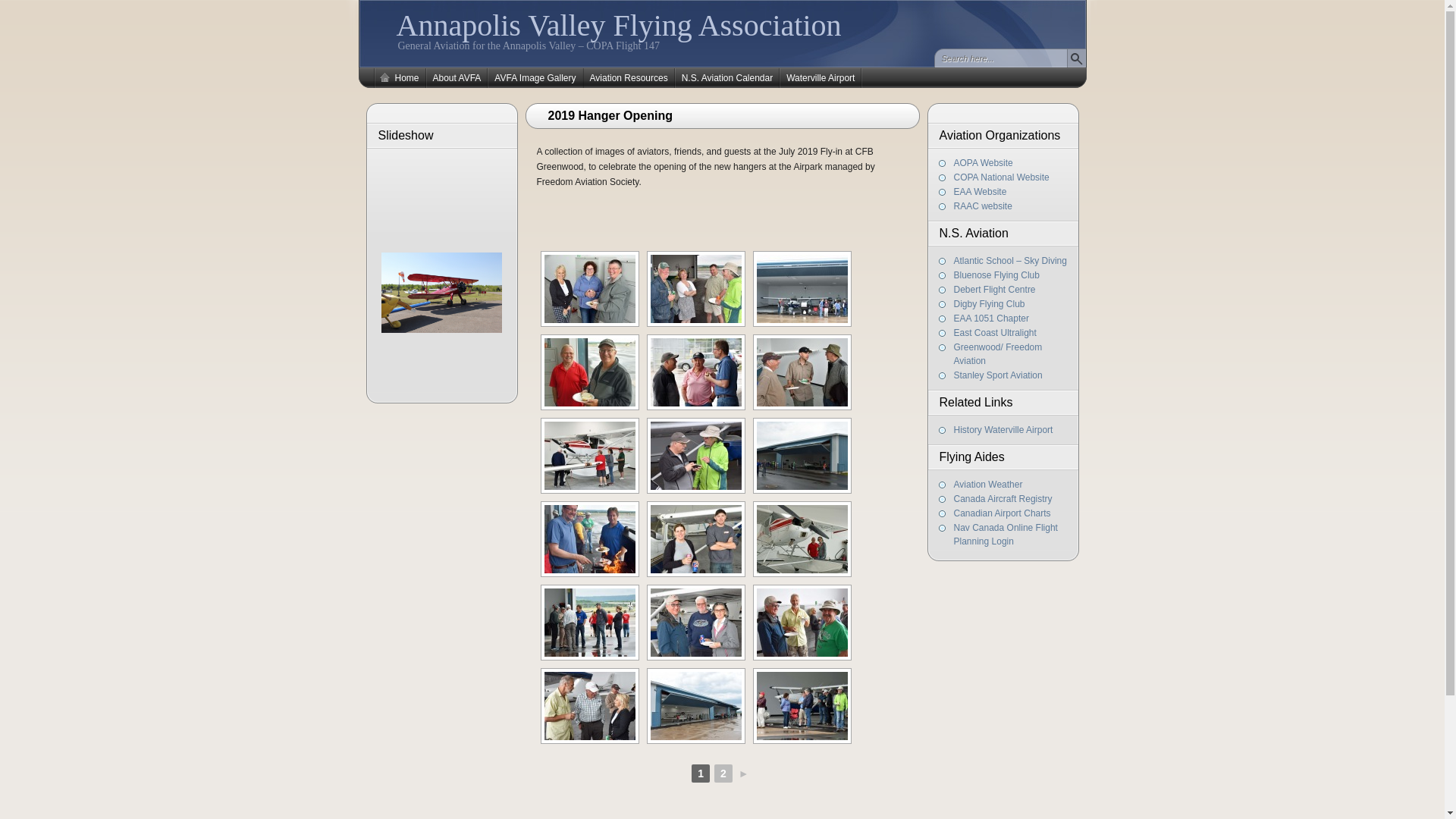 This screenshot has height=819, width=1456. What do you see at coordinates (726, 78) in the screenshot?
I see `'N.S. Aviation Calendar'` at bounding box center [726, 78].